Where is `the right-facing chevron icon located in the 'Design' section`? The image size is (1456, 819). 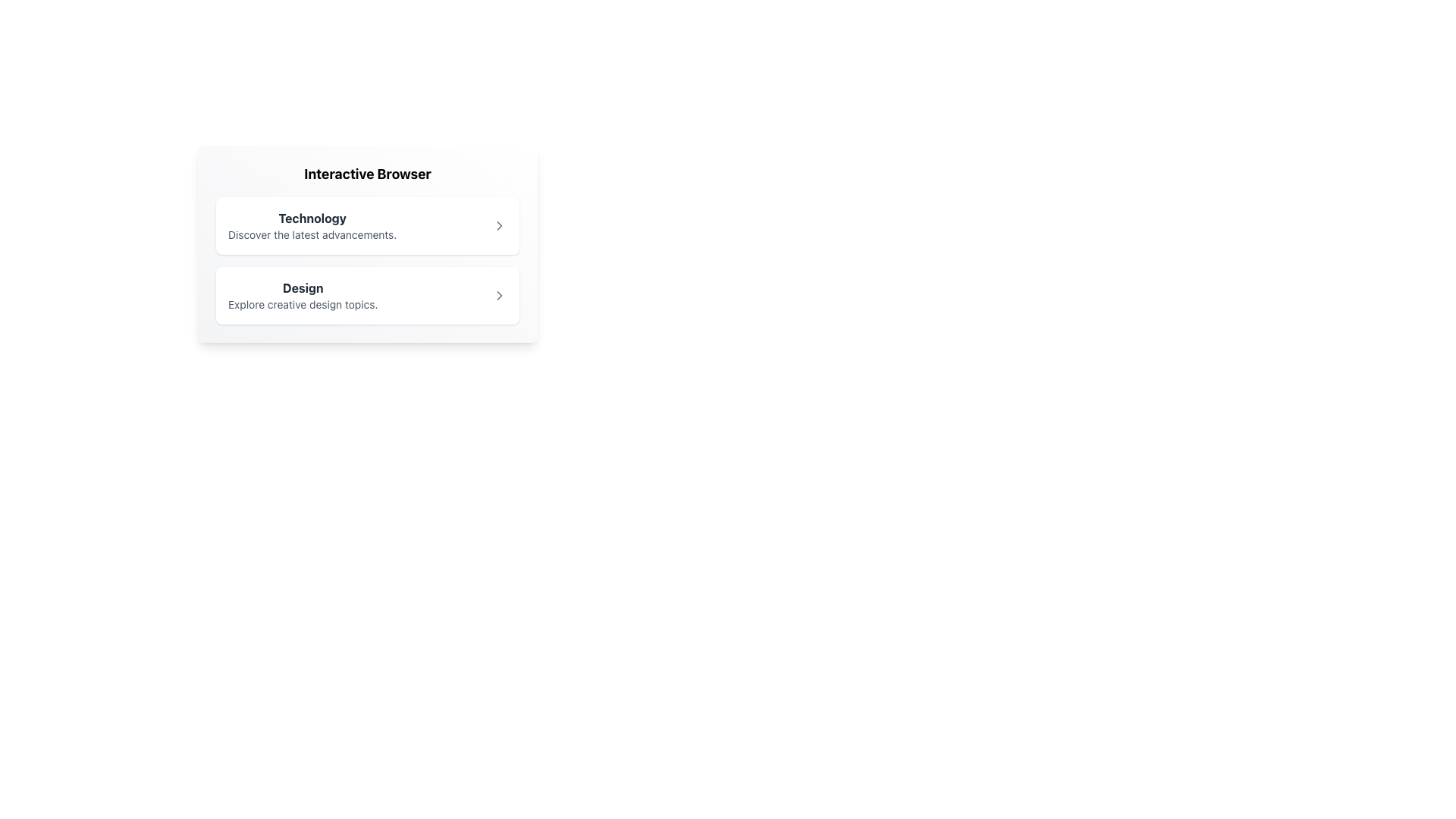 the right-facing chevron icon located in the 'Design' section is located at coordinates (499, 295).